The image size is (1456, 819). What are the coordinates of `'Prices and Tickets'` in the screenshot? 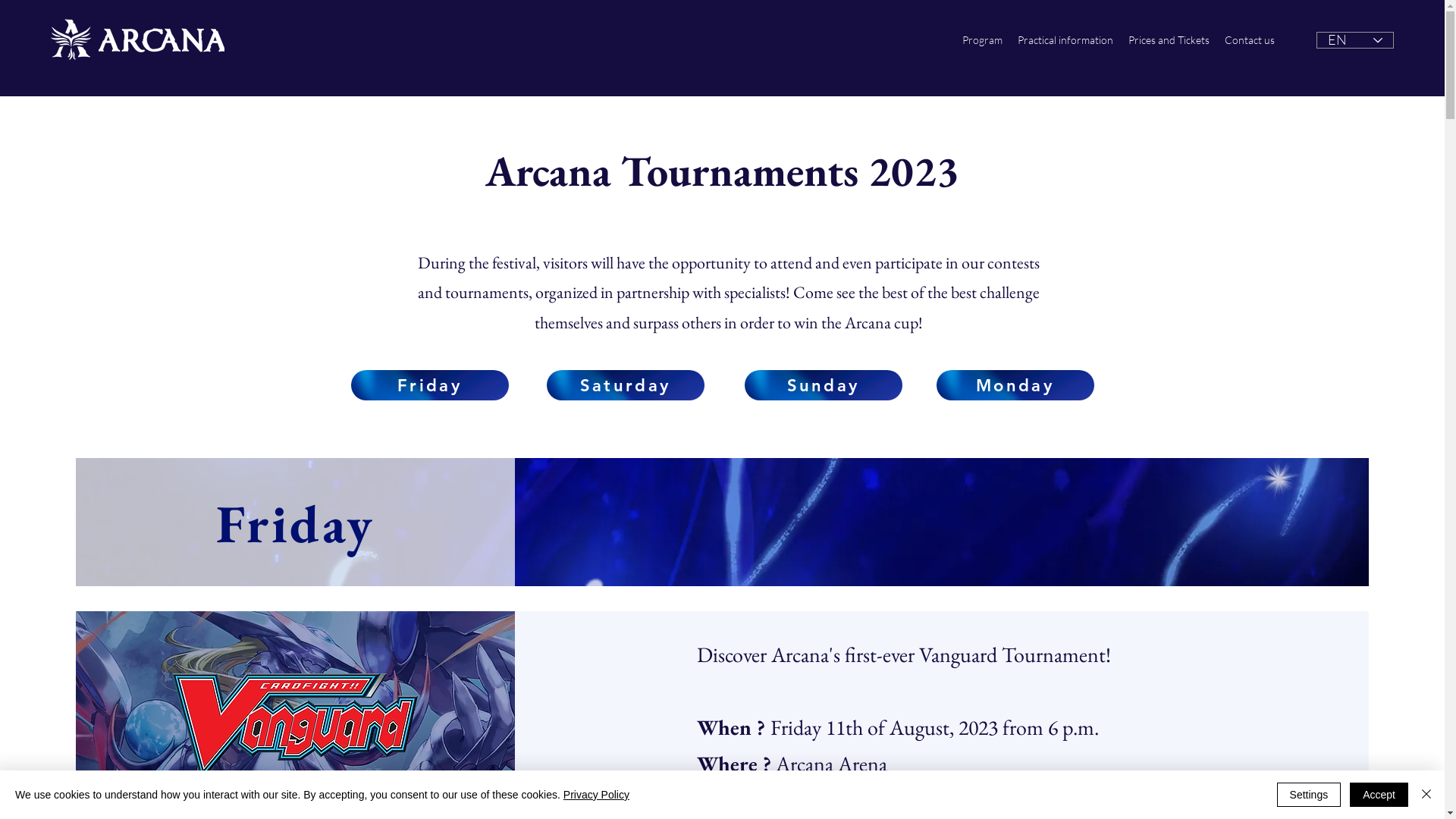 It's located at (1168, 39).